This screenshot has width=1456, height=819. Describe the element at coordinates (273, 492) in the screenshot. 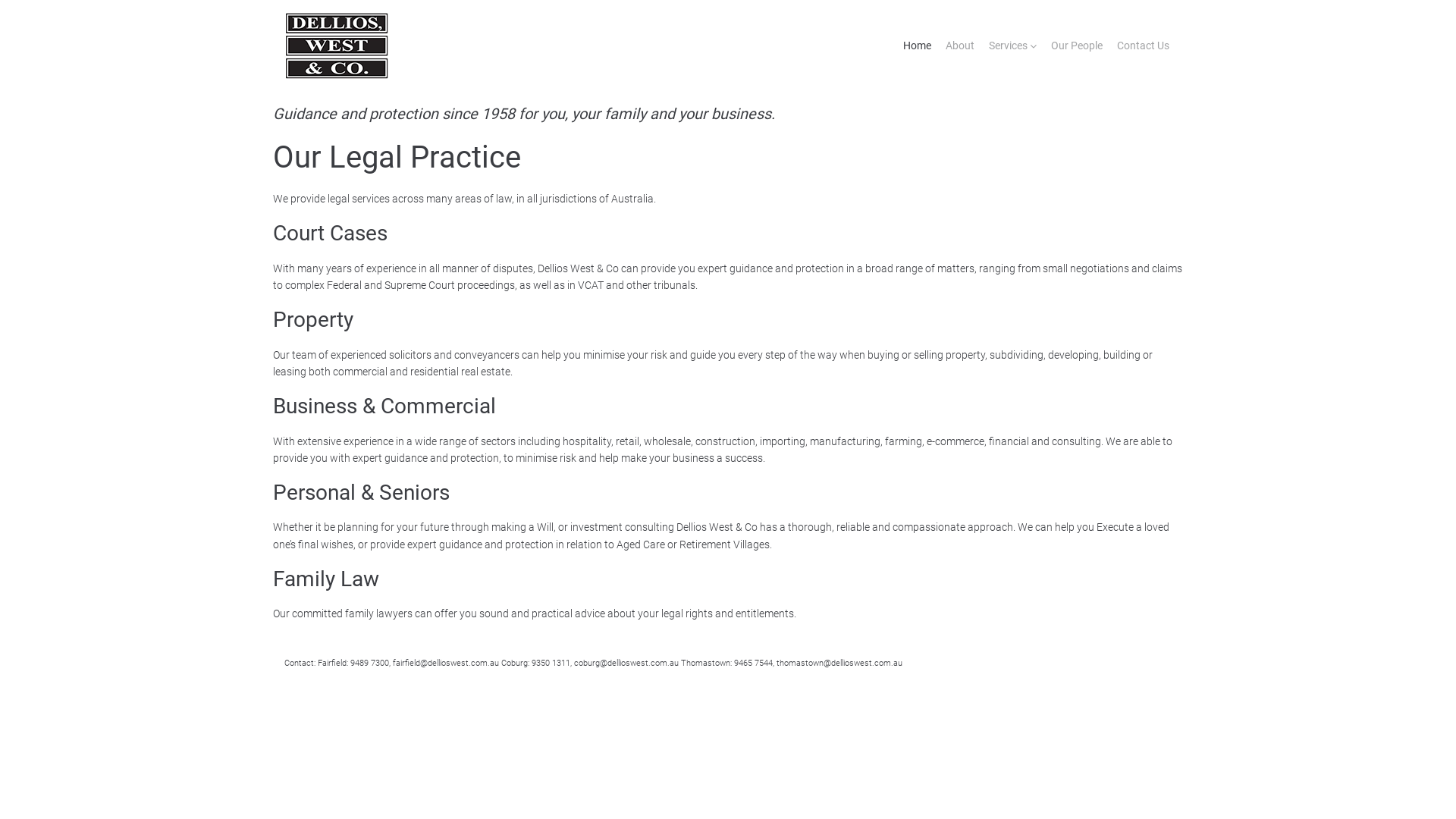

I see `'Personal & Seniors'` at that location.